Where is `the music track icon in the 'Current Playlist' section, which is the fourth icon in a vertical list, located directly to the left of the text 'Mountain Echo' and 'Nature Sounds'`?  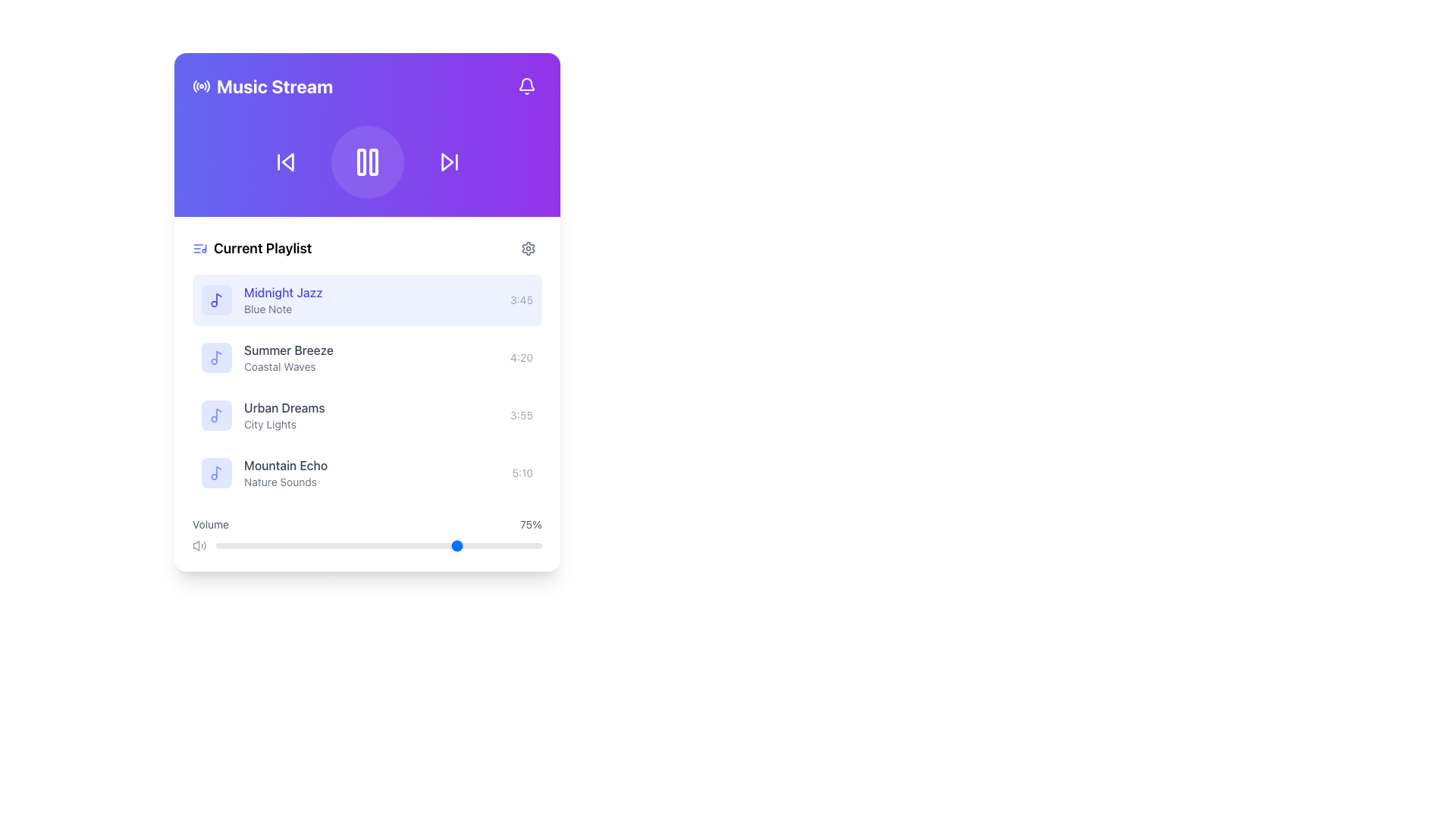
the music track icon in the 'Current Playlist' section, which is the fourth icon in a vertical list, located directly to the left of the text 'Mountain Echo' and 'Nature Sounds' is located at coordinates (216, 472).